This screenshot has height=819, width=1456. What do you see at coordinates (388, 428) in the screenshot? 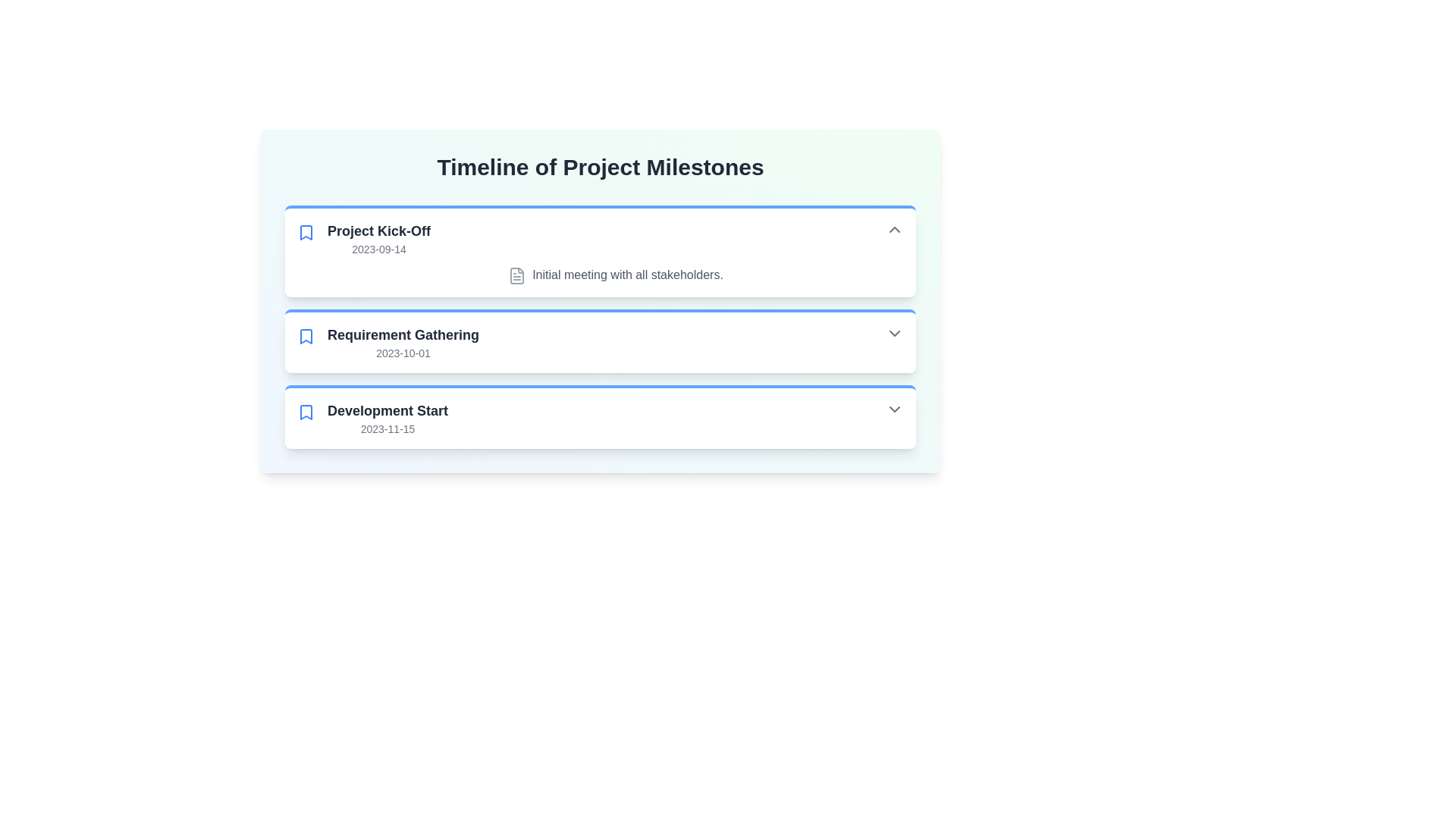
I see `the text label displaying the date '2023-11-15' located in the 'Development Start' section, positioned directly below the title text` at bounding box center [388, 428].